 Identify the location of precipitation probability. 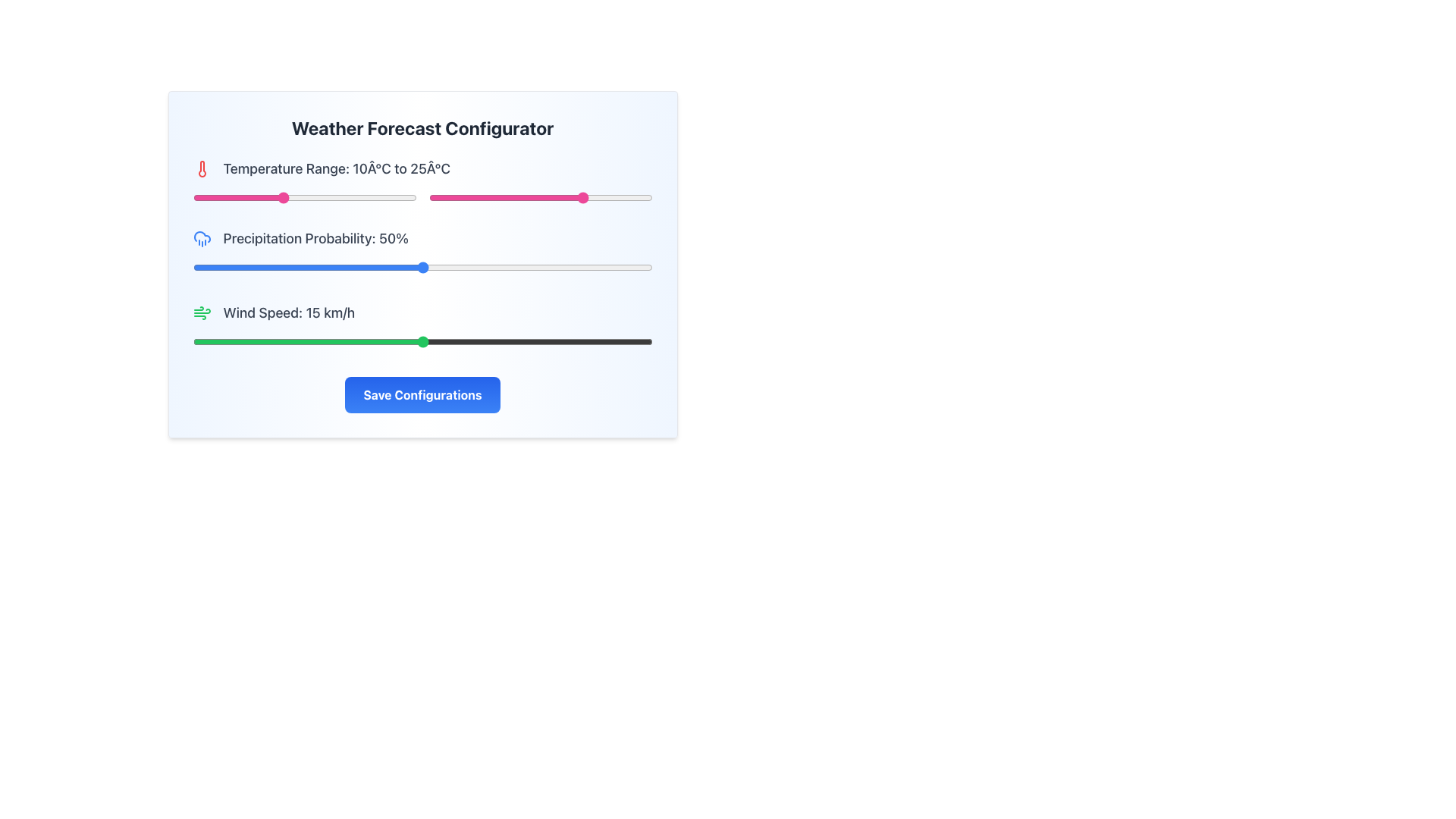
(601, 267).